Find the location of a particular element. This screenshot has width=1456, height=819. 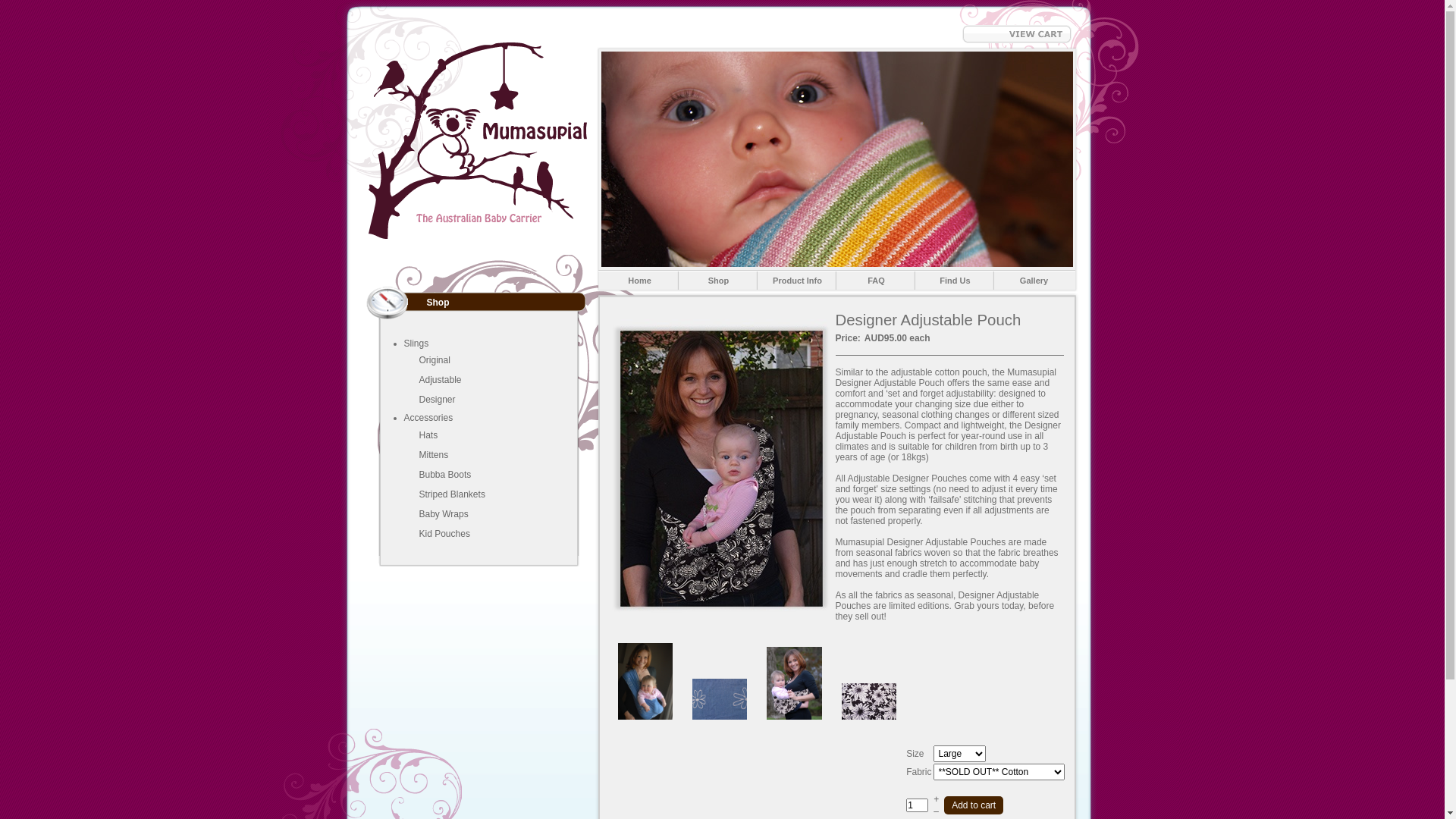

'Home' is located at coordinates (639, 281).